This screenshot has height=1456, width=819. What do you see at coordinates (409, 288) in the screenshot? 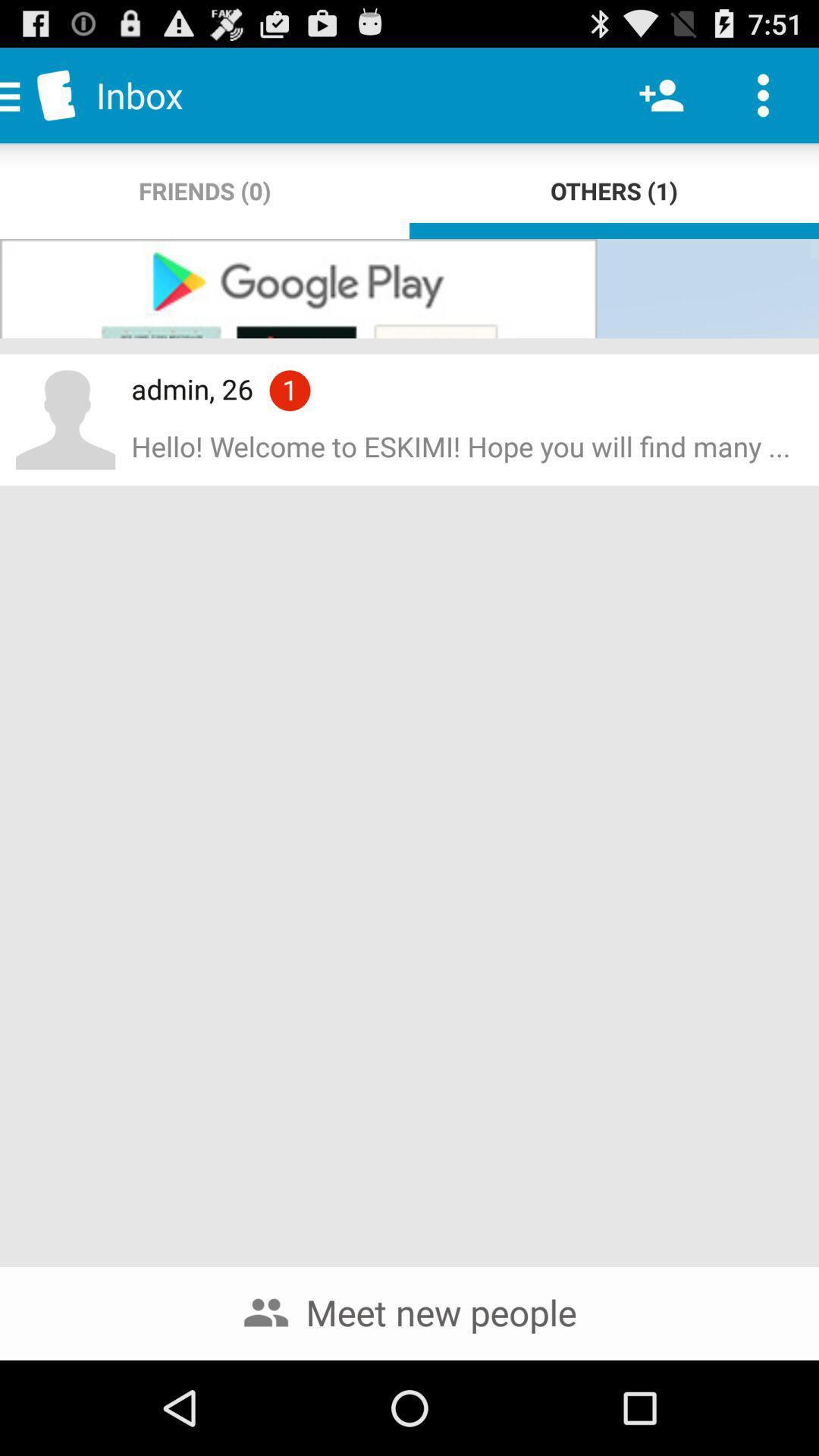
I see `advertisement` at bounding box center [409, 288].